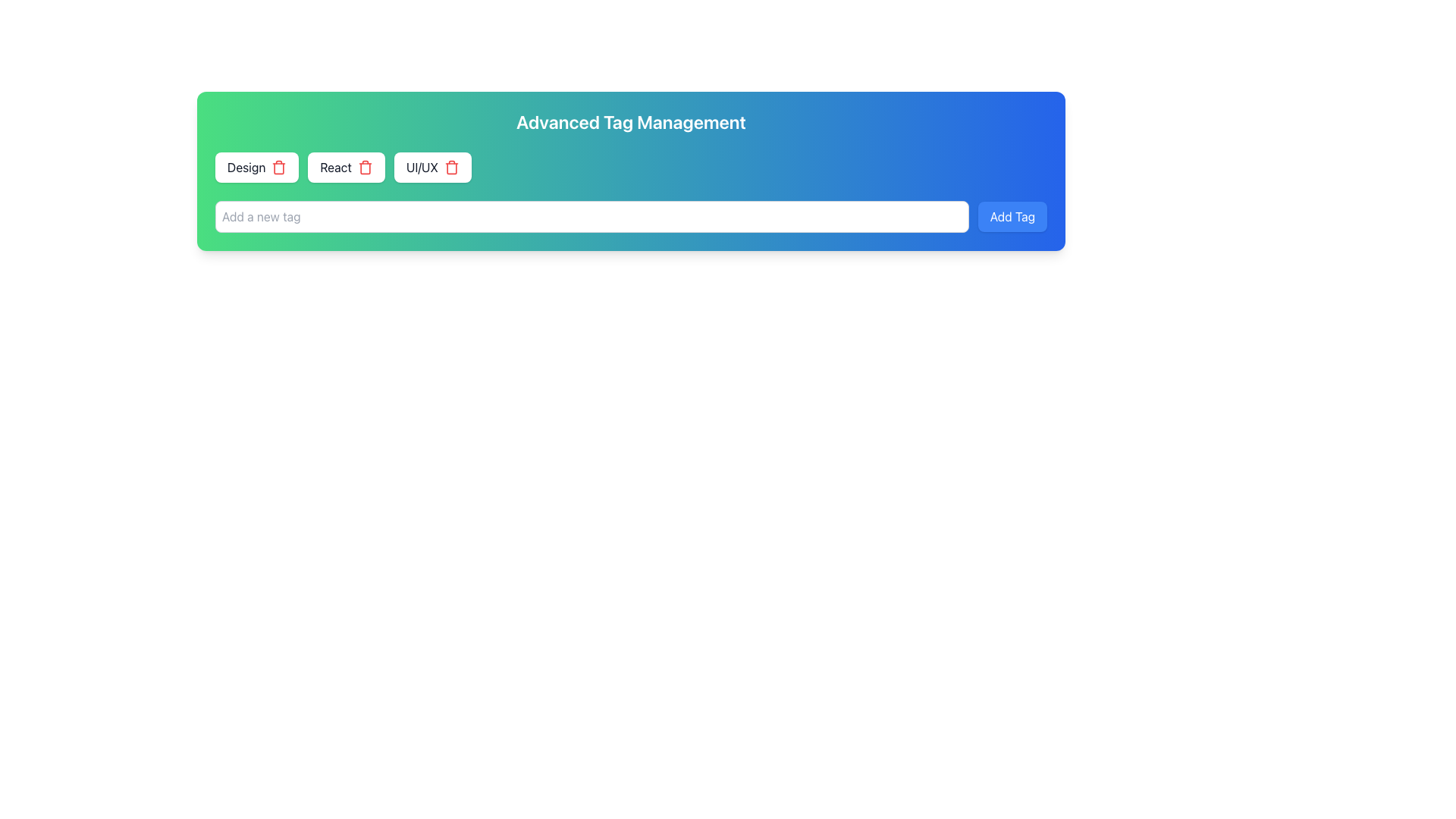  I want to click on the red trash icon button on the far-right side of the 'UI/UX' tag, so click(450, 167).